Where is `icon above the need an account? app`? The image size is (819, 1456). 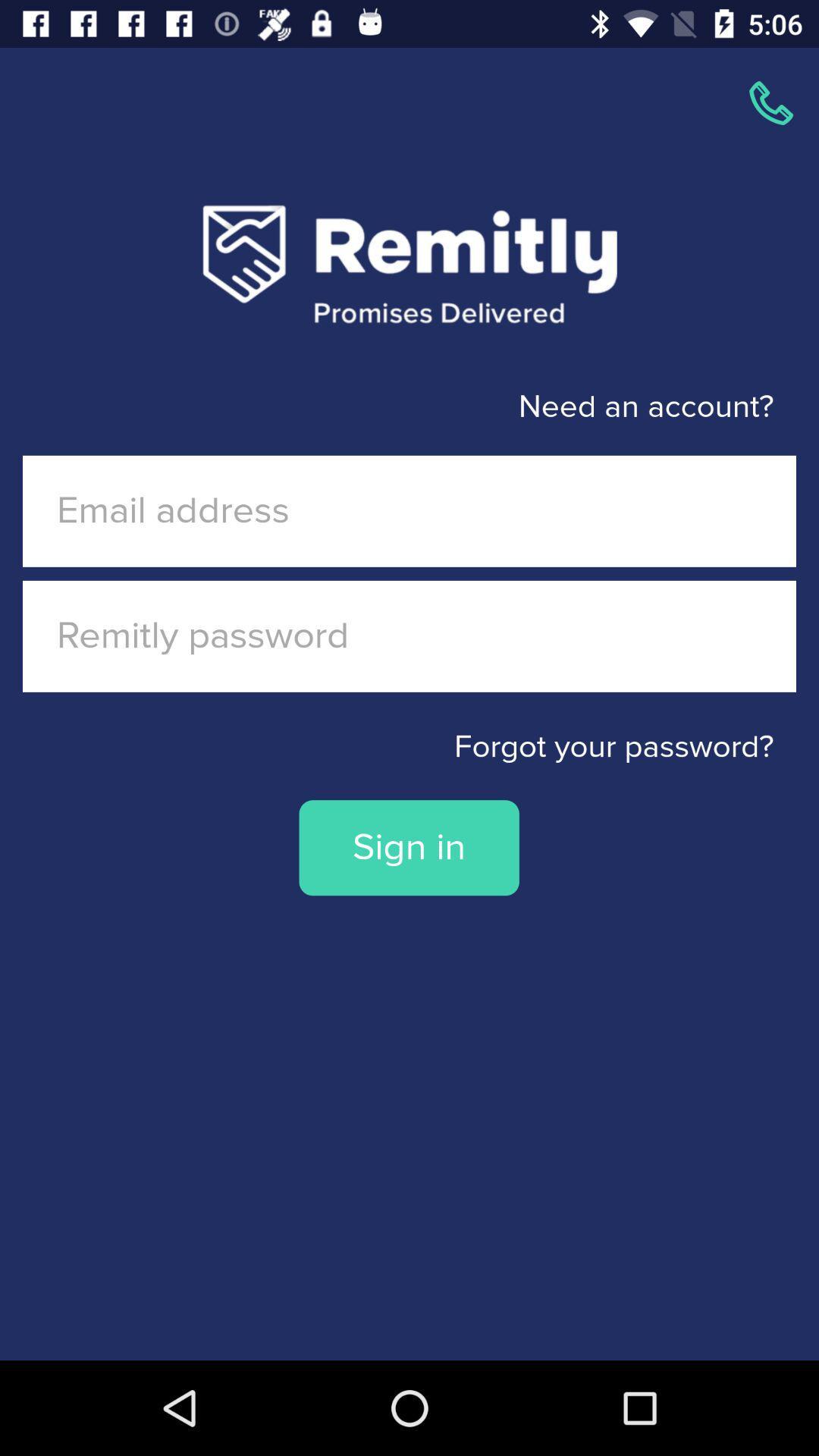 icon above the need an account? app is located at coordinates (771, 102).